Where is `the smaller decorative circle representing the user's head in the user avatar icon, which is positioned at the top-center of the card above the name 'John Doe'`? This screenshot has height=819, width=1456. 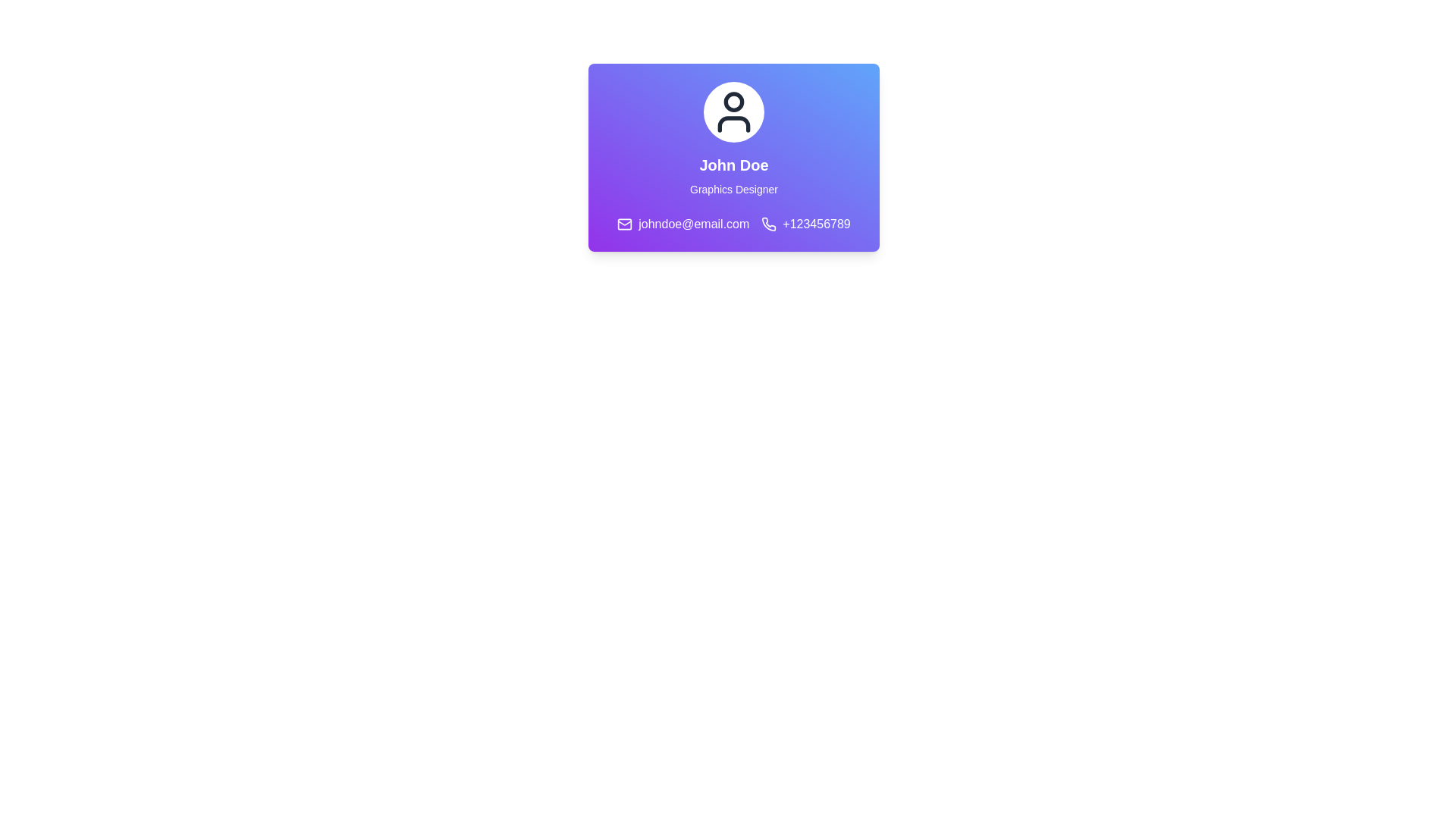
the smaller decorative circle representing the user's head in the user avatar icon, which is positioned at the top-center of the card above the name 'John Doe' is located at coordinates (734, 102).